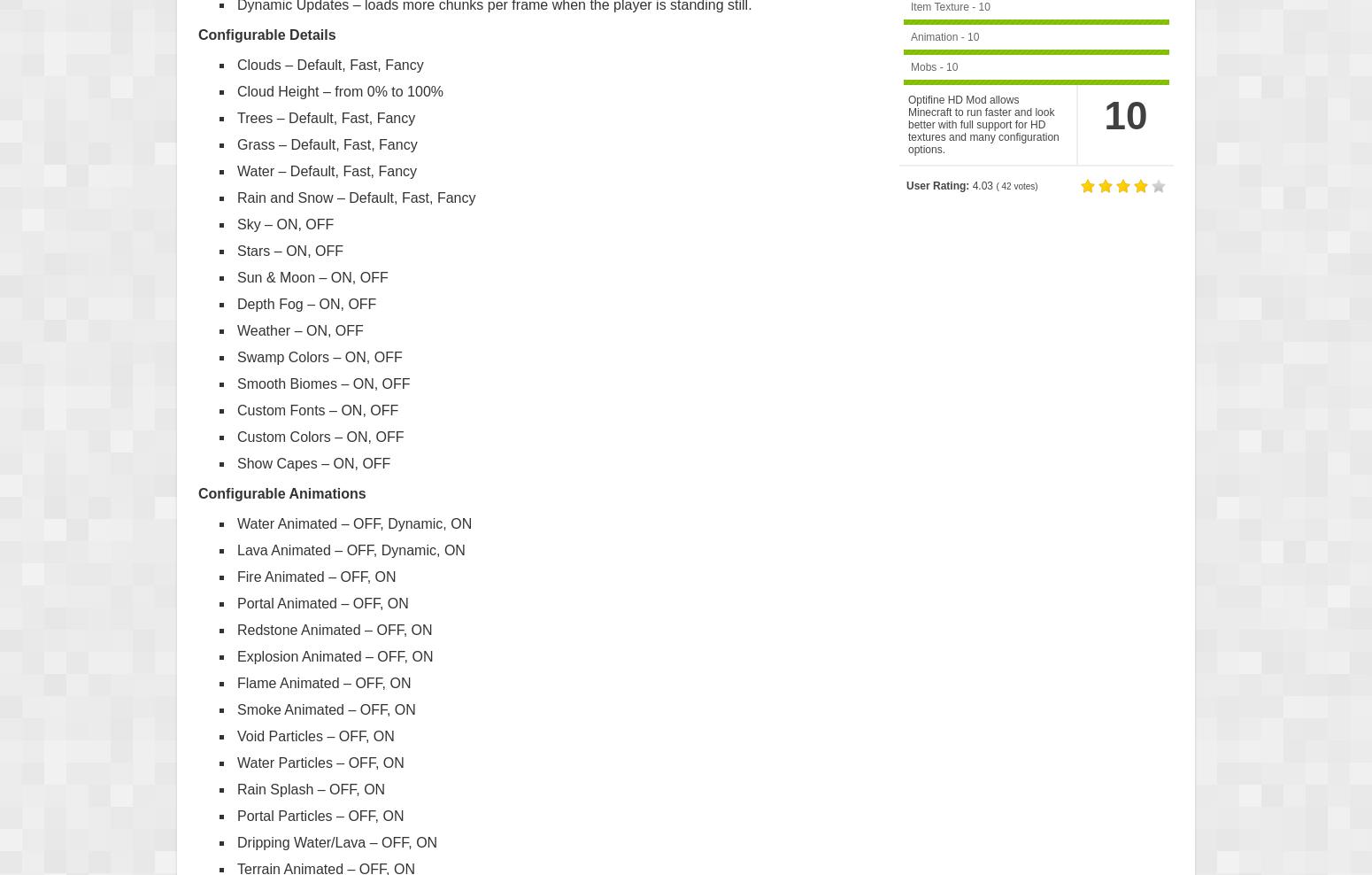 This screenshot has height=875, width=1372. Describe the element at coordinates (1124, 114) in the screenshot. I see `'10'` at that location.